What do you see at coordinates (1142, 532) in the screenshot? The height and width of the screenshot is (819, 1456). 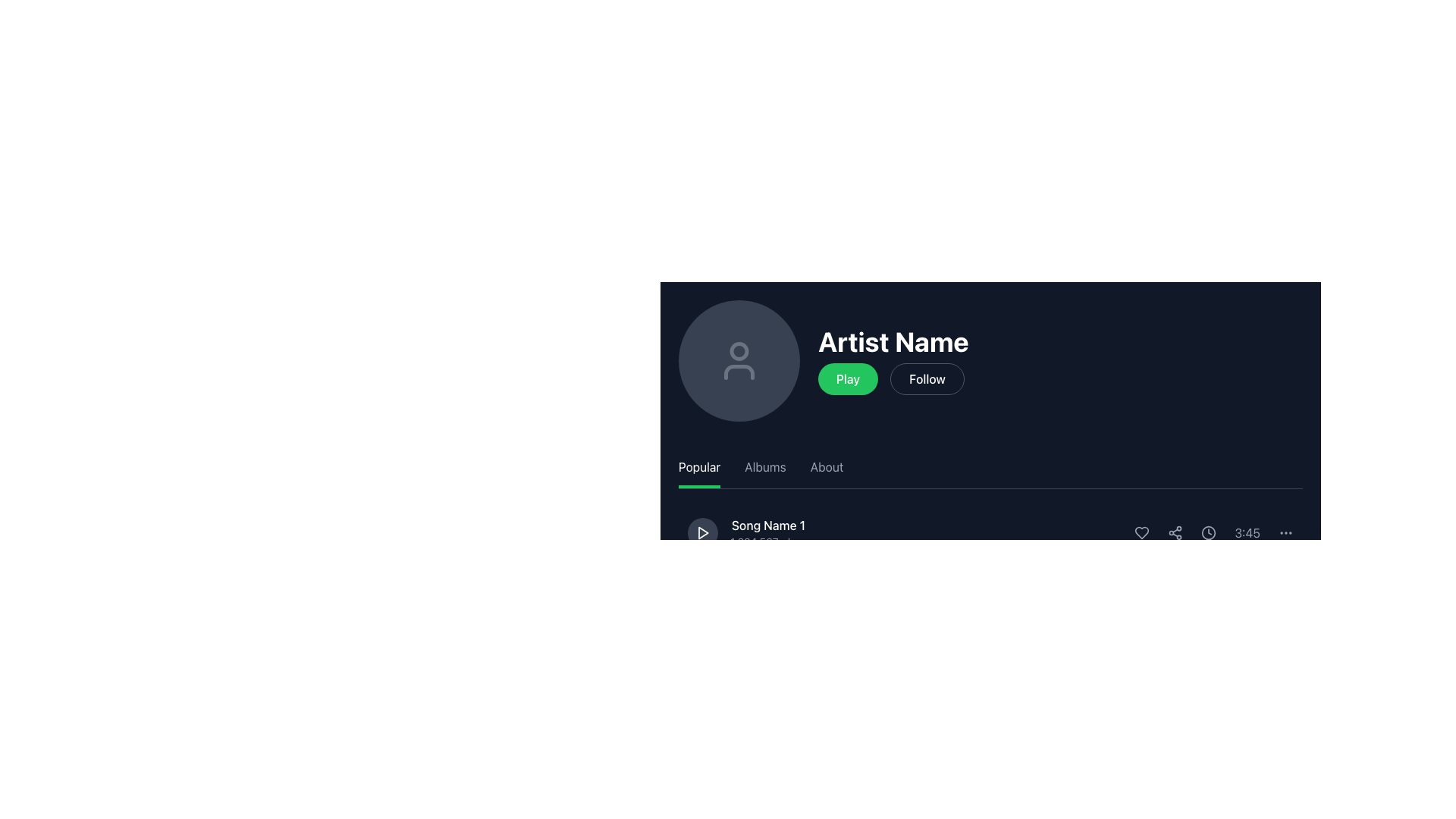 I see `the favorite icon located at the far right of the song listing row to favorite the associated song` at bounding box center [1142, 532].